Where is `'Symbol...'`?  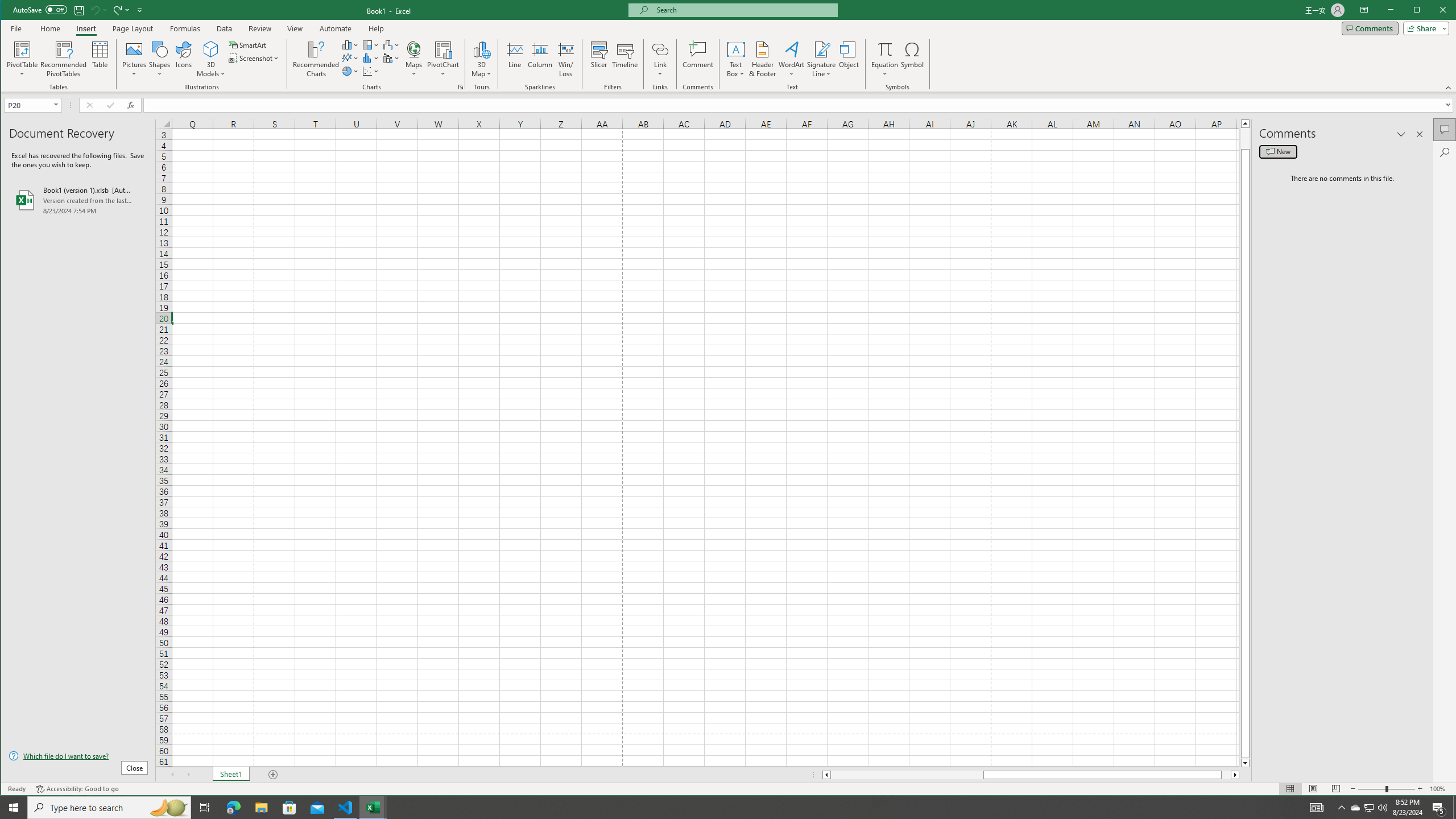
'Symbol...' is located at coordinates (913, 59).